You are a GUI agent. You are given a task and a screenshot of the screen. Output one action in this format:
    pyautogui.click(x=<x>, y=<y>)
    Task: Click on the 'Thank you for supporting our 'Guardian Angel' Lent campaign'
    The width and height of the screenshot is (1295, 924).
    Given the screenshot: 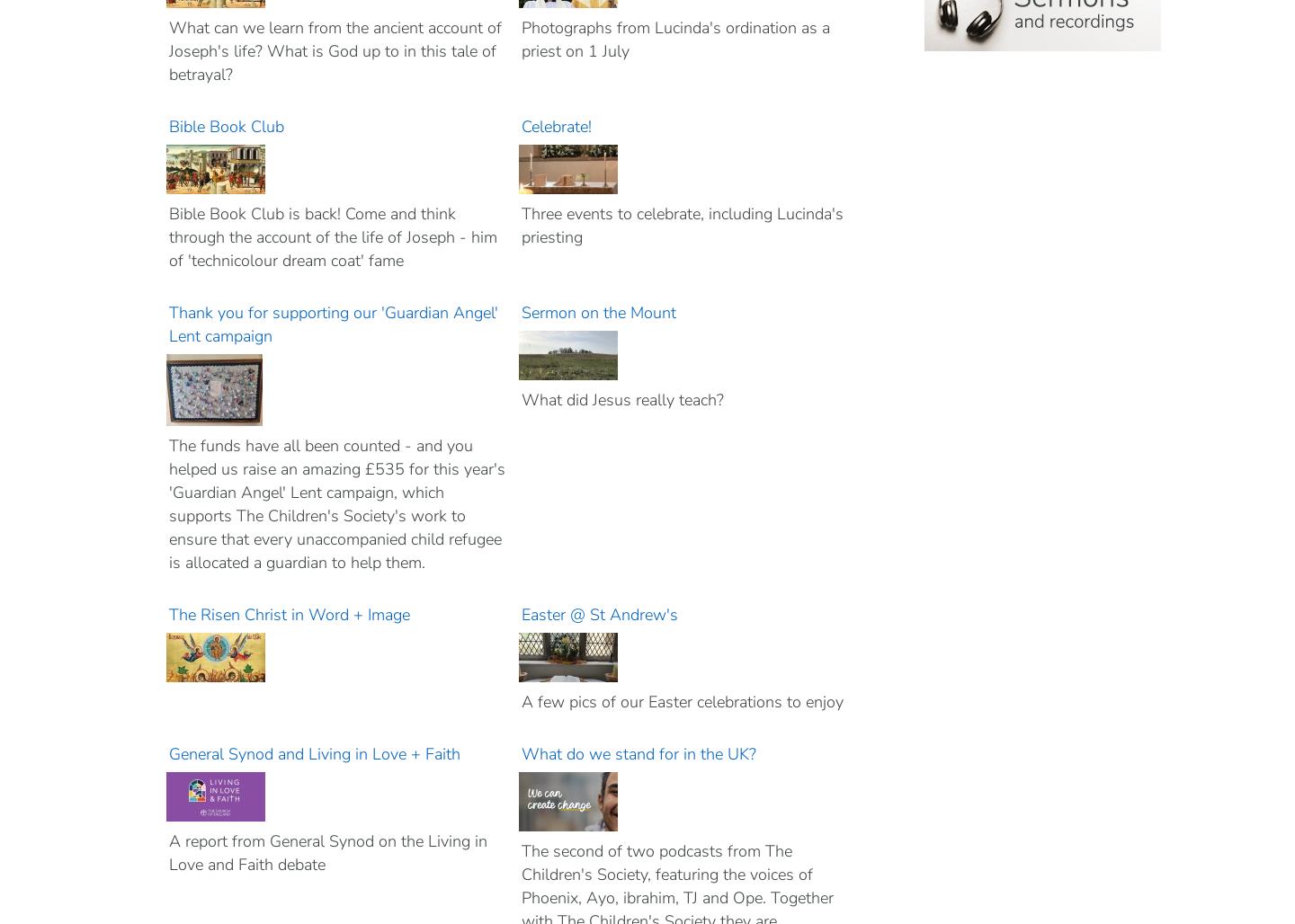 What is the action you would take?
    pyautogui.click(x=332, y=324)
    